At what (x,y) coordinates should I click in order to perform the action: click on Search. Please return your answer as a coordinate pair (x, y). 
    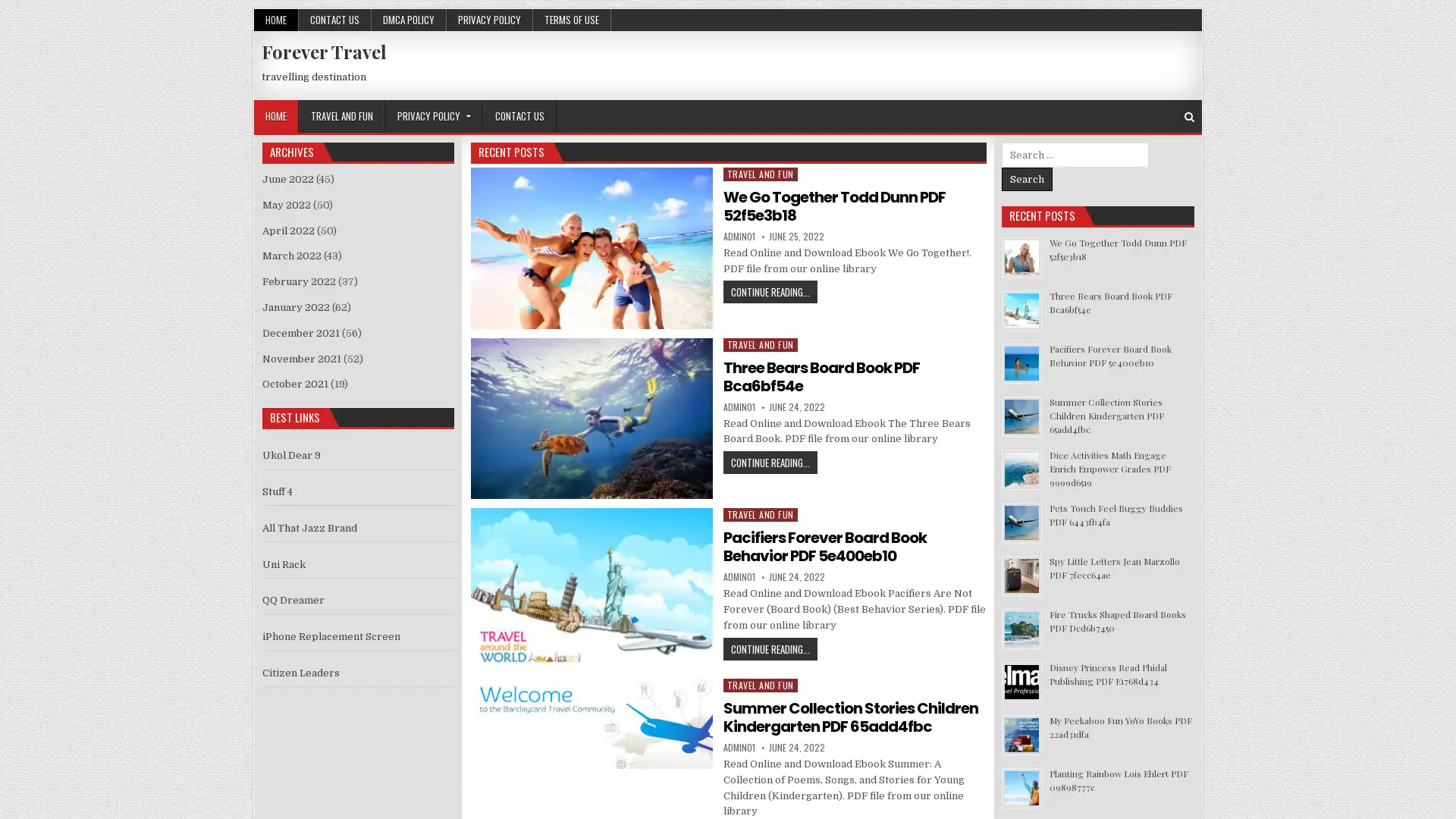
    Looking at the image, I should click on (1027, 178).